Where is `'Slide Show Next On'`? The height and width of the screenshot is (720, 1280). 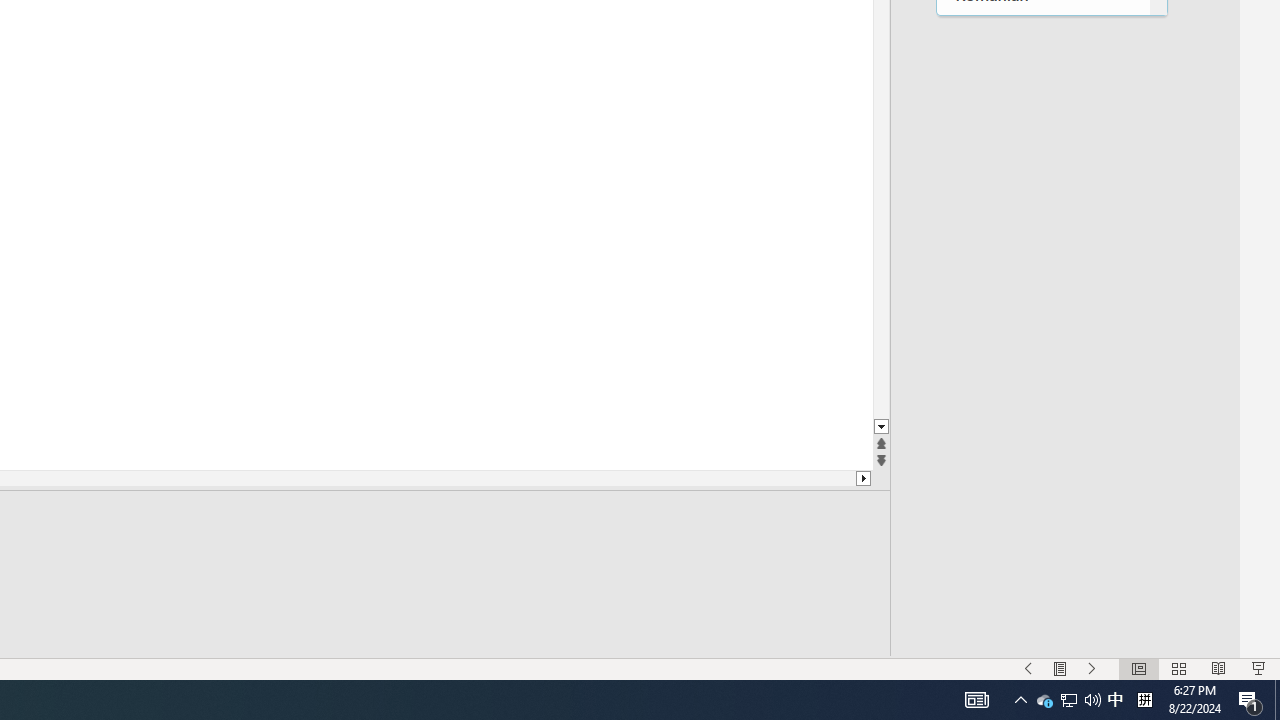 'Slide Show Next On' is located at coordinates (1091, 669).